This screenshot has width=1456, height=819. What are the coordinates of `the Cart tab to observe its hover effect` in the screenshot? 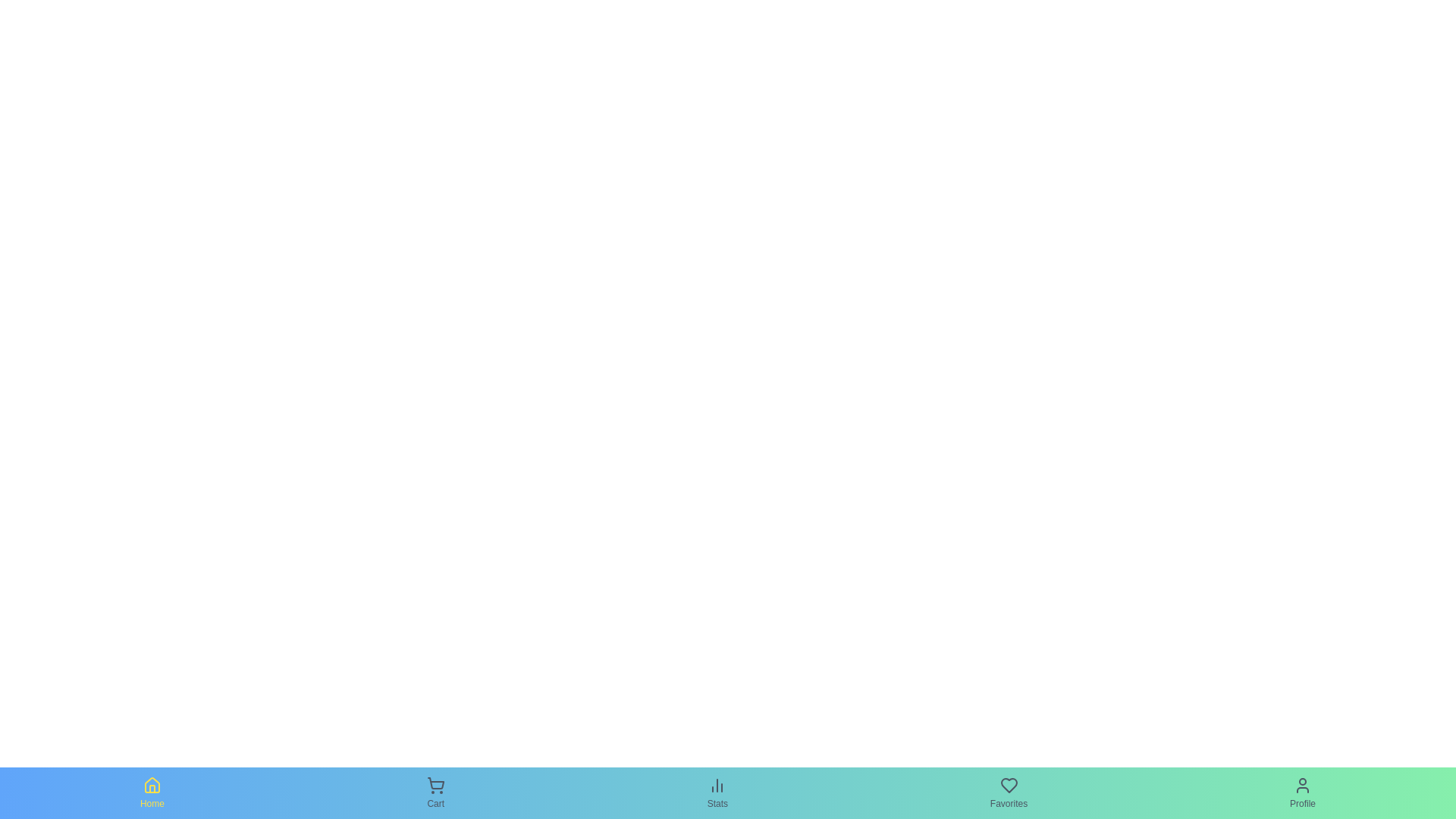 It's located at (435, 792).